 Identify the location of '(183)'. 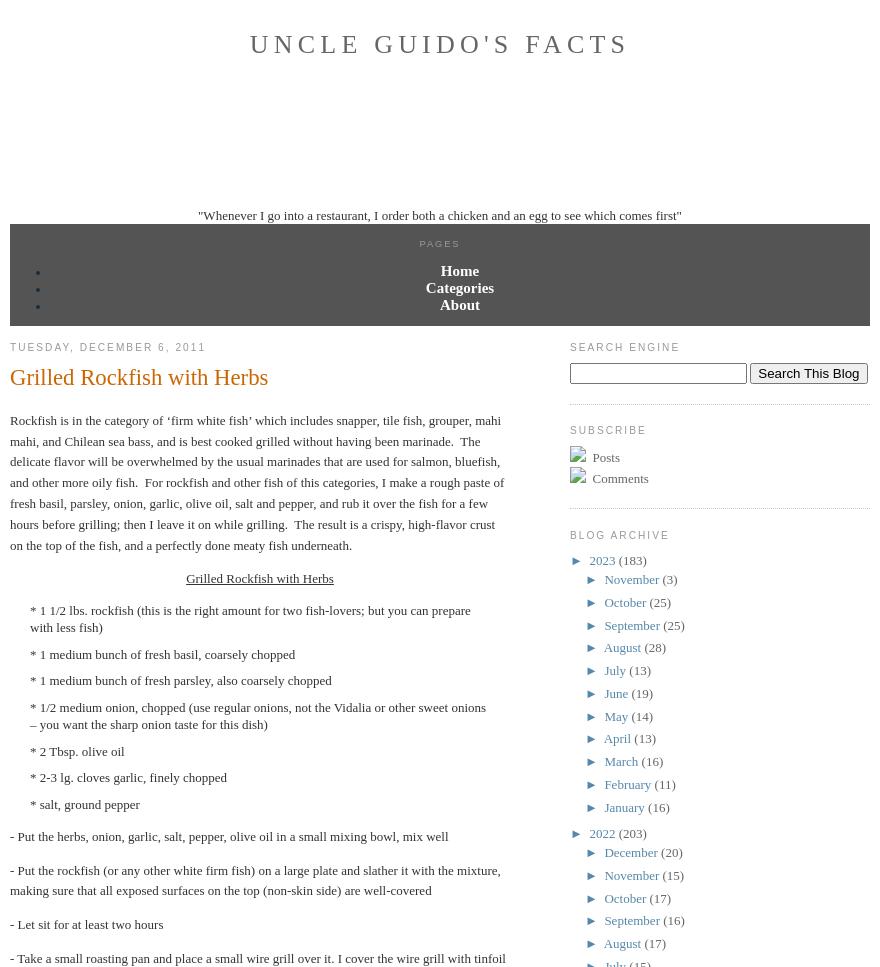
(632, 558).